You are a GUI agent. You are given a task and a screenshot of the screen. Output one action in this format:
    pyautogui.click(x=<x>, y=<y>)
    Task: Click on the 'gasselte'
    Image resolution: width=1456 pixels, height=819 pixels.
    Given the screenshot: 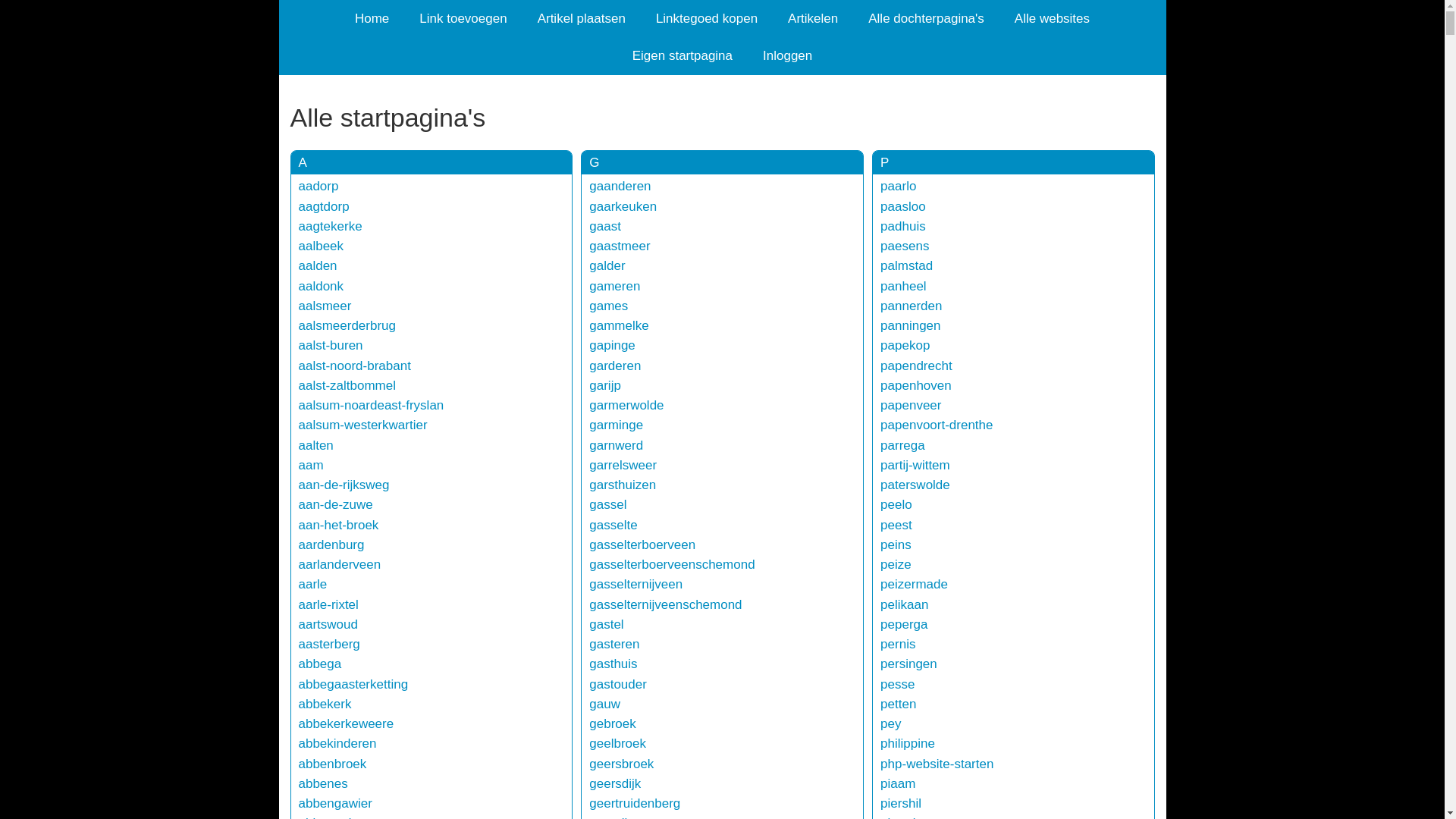 What is the action you would take?
    pyautogui.click(x=613, y=524)
    